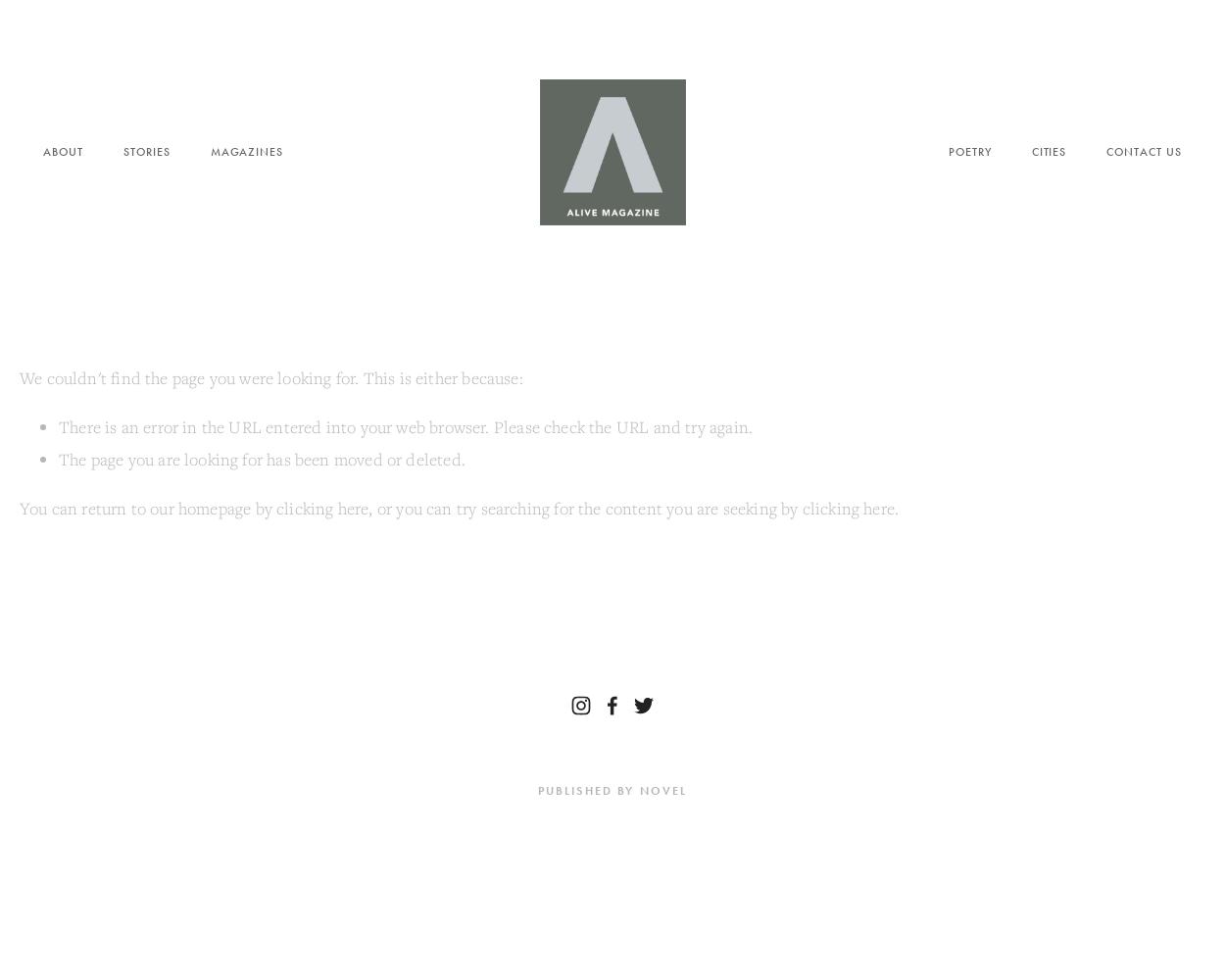 Image resolution: width=1225 pixels, height=980 pixels. I want to click on 'We couldn't find the page you were looking for. This is either because:', so click(20, 377).